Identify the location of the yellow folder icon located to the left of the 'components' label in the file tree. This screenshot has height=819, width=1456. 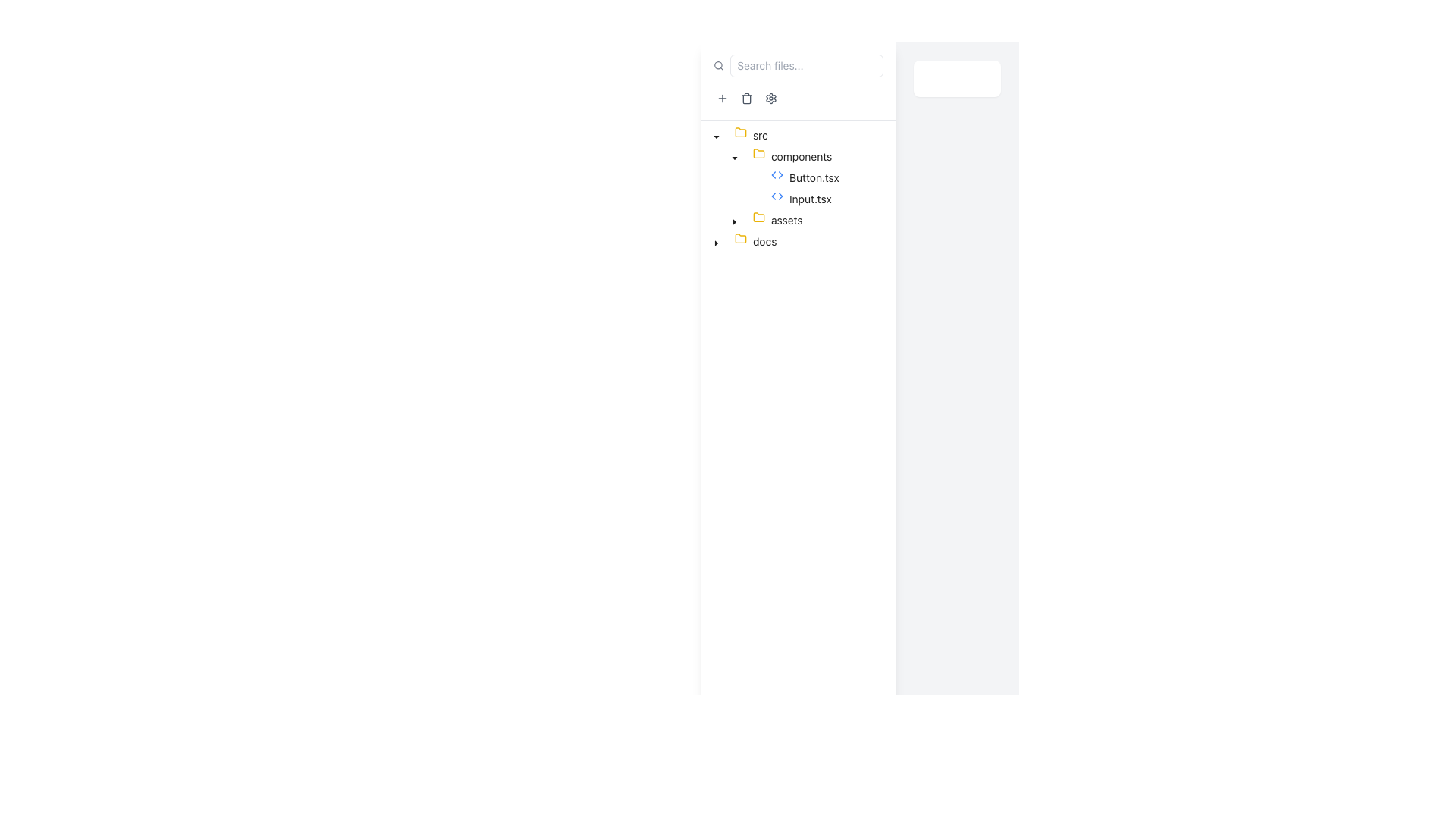
(761, 157).